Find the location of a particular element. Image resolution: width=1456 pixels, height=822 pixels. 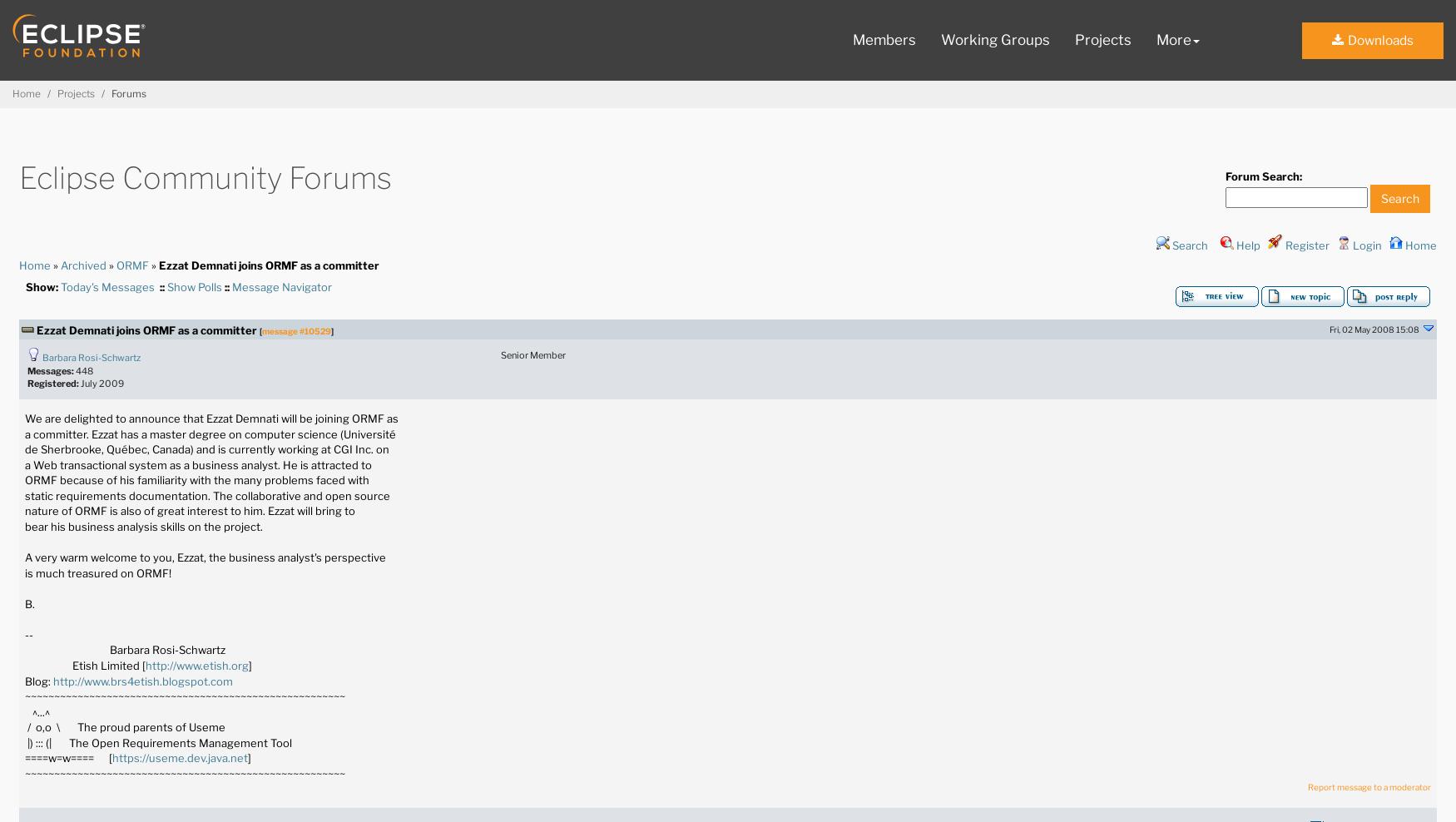

'ORMF' is located at coordinates (131, 265).